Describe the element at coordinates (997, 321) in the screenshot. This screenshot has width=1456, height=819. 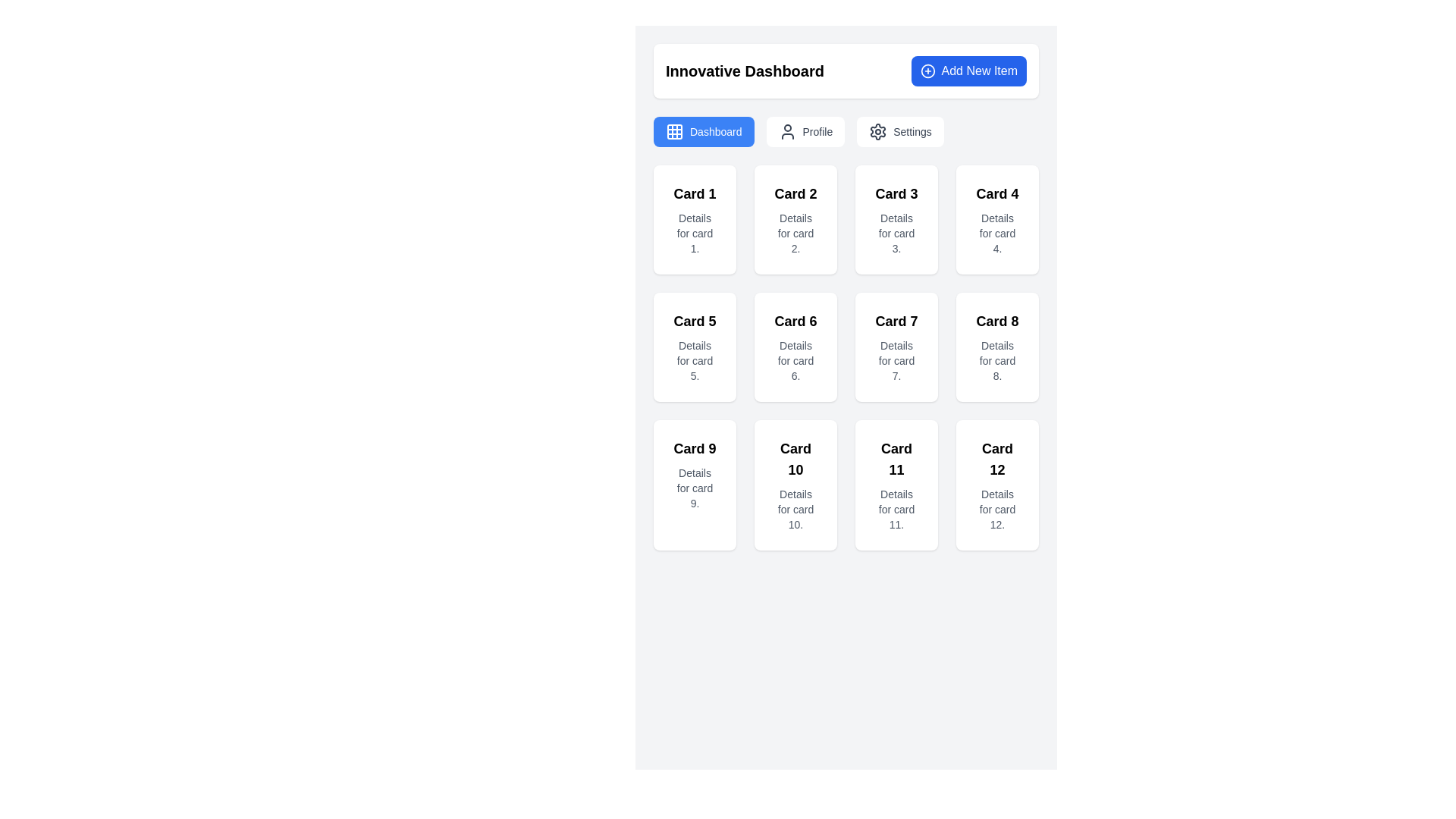
I see `the title of the eighth card in the grid layout, which is located in the second row and fourth column, providing a brief identifier or summary of the card's content` at that location.